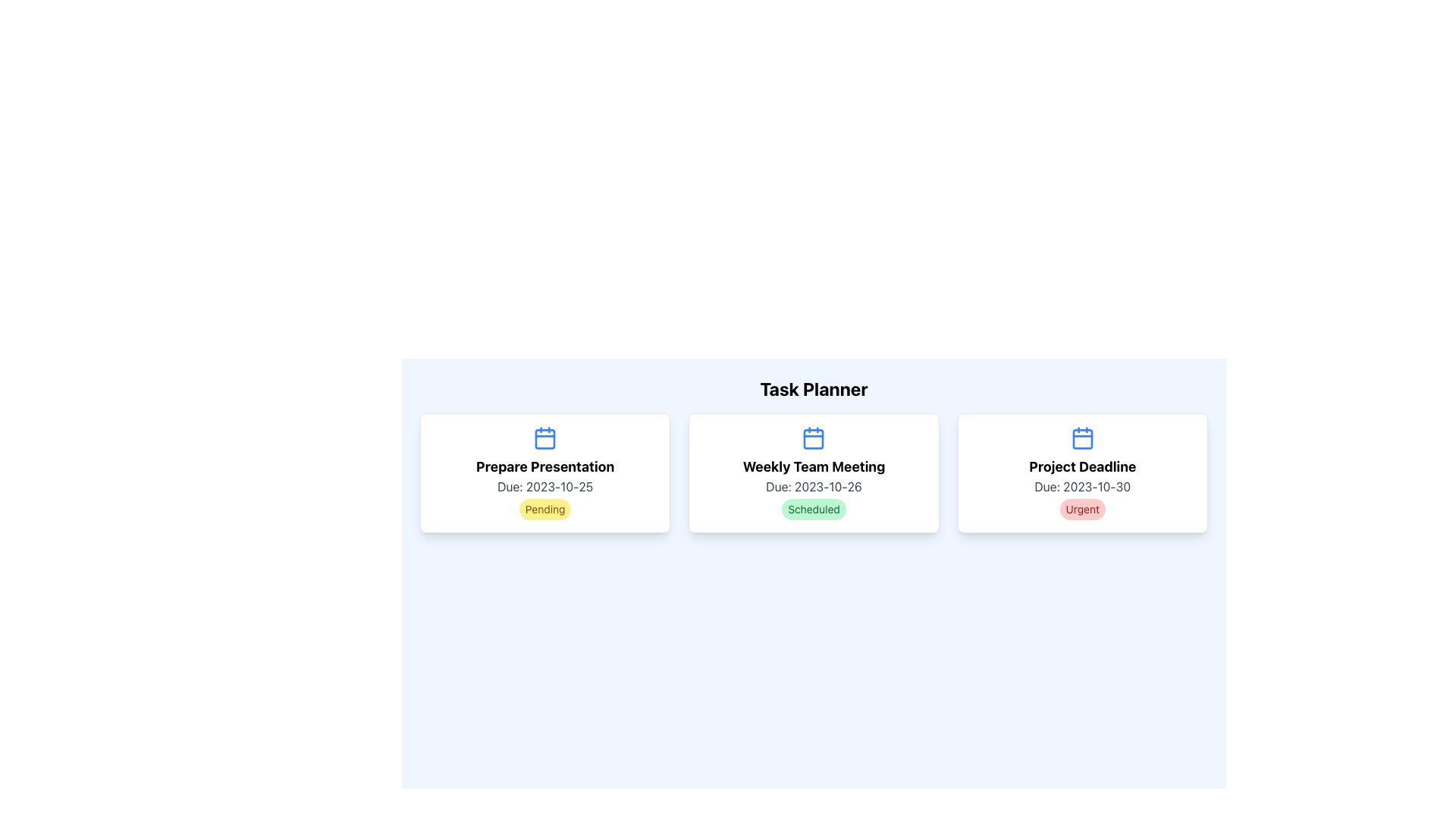 The image size is (1456, 819). I want to click on the blue rectangular calendar icon located at the top center of the 'Prepare Presentation' card in the Task Planner dashboard, so click(545, 438).